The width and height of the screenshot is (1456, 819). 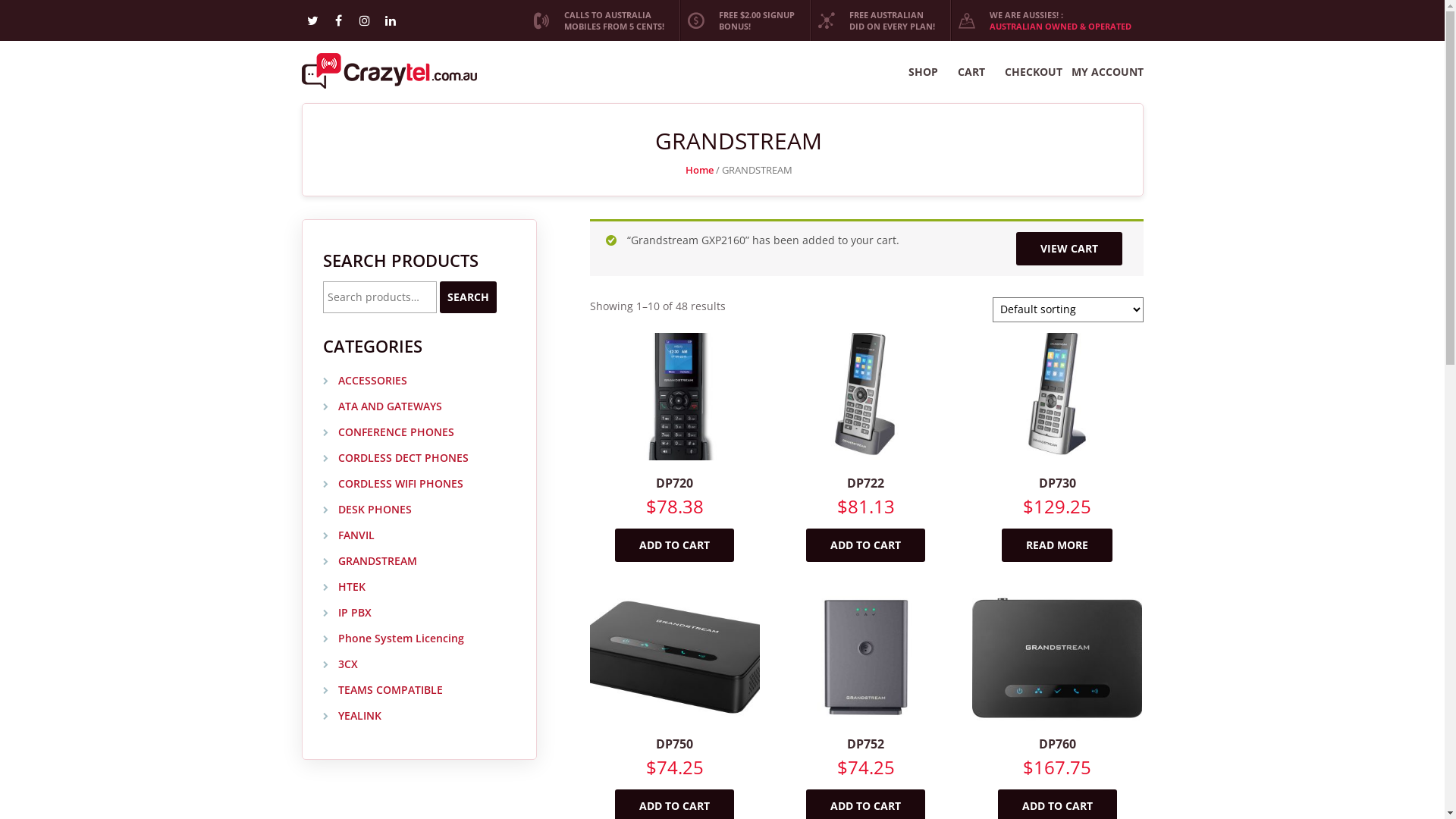 What do you see at coordinates (1056, 703) in the screenshot?
I see `'DP760` at bounding box center [1056, 703].